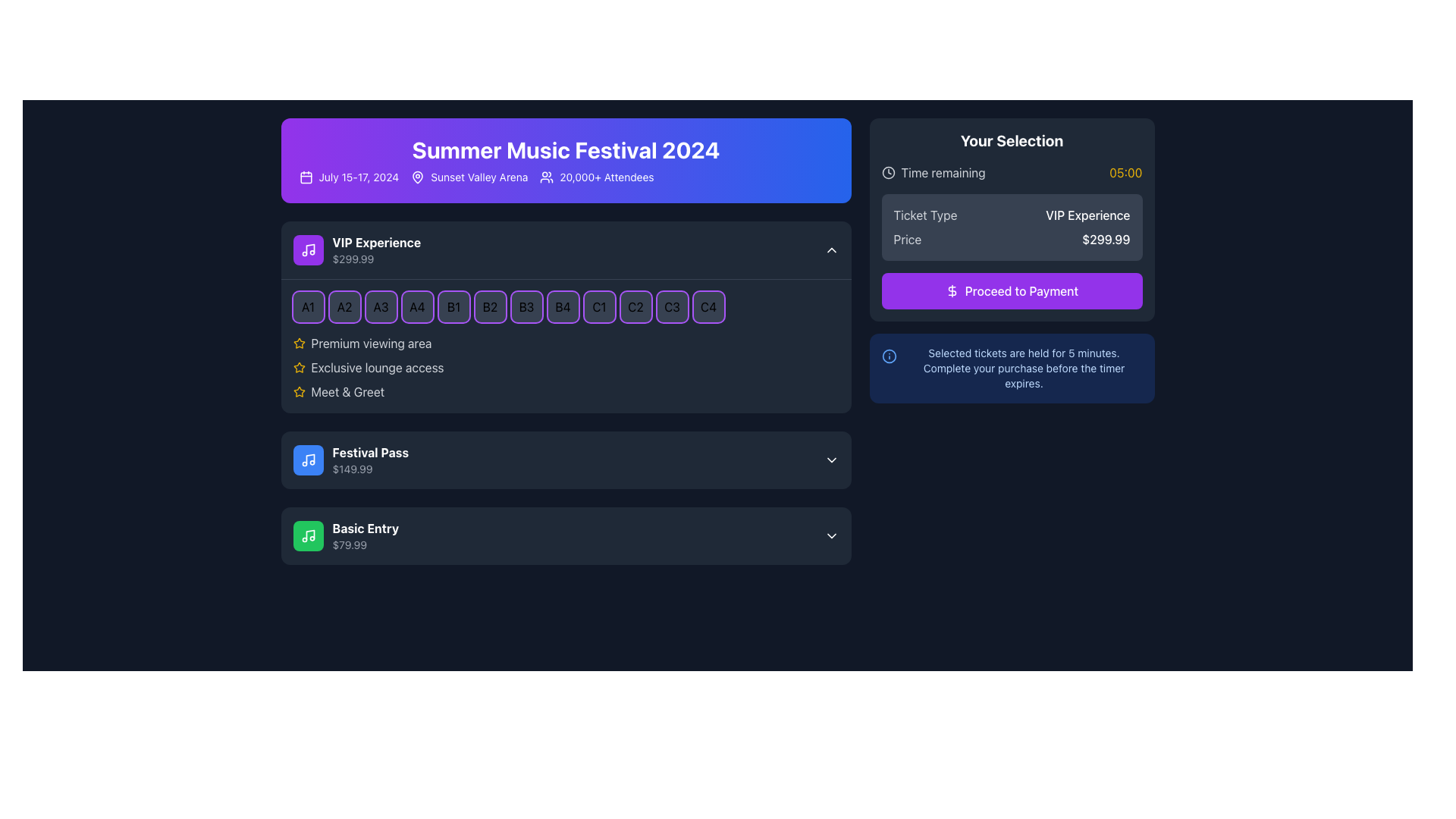 The width and height of the screenshot is (1456, 819). Describe the element at coordinates (671, 307) in the screenshot. I see `the 'C3' button in the 'VIP Experience' section` at that location.